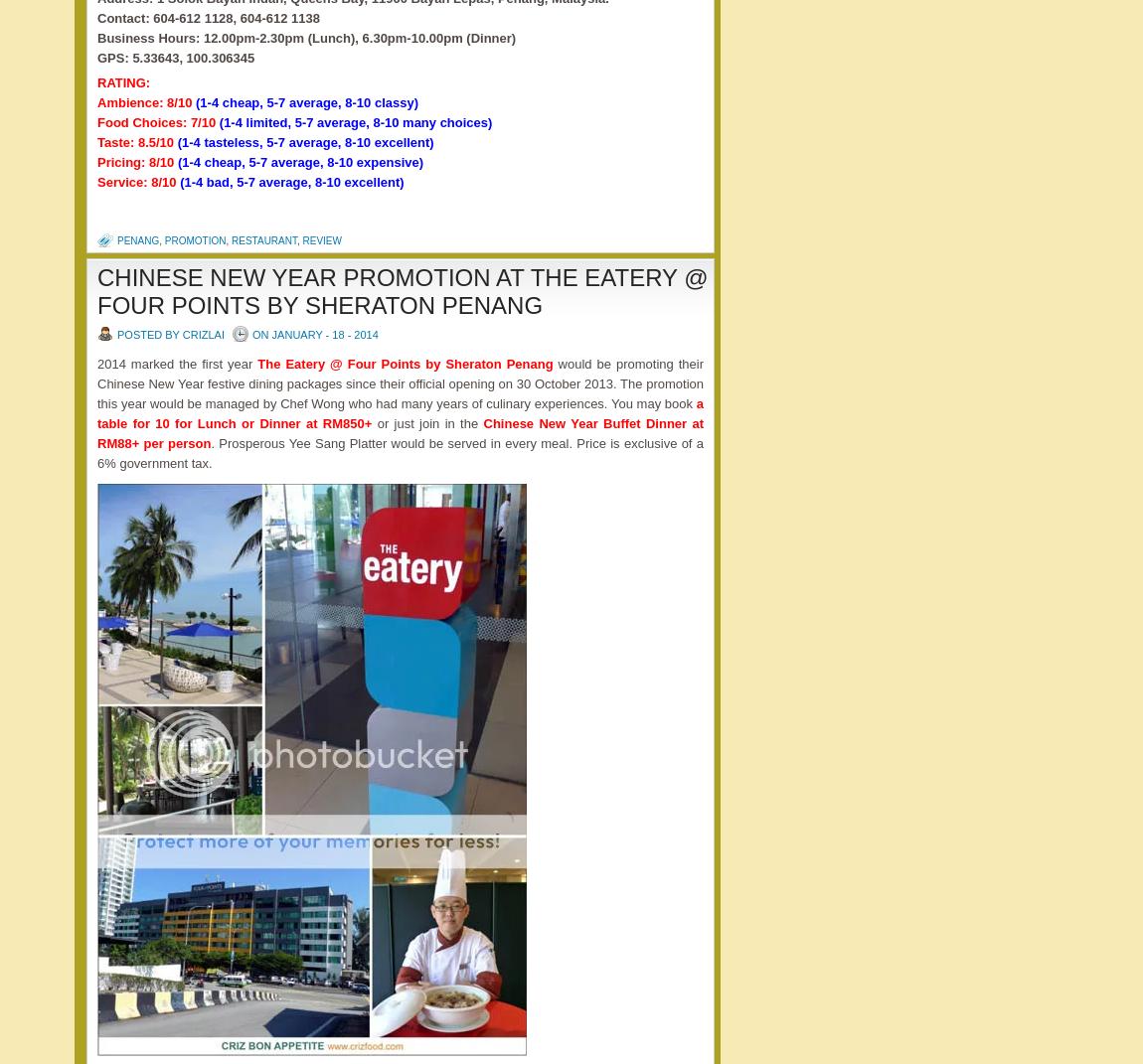  I want to click on 'Business Hours: 12.00pm-2.30pm (Lunch), 6.30pm-10.00pm (Dinner)', so click(306, 36).